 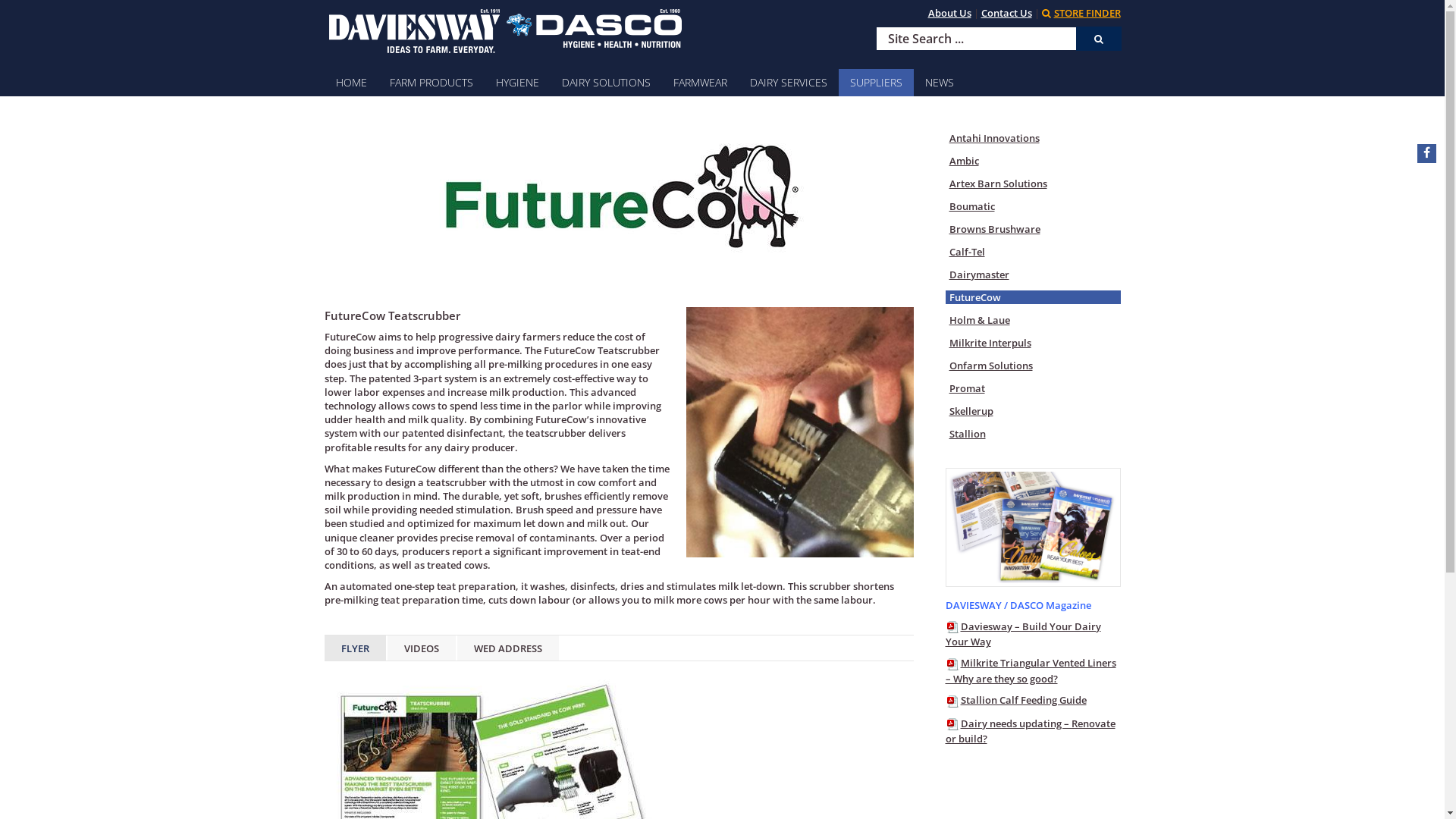 I want to click on 'Boumatic', so click(x=1031, y=206).